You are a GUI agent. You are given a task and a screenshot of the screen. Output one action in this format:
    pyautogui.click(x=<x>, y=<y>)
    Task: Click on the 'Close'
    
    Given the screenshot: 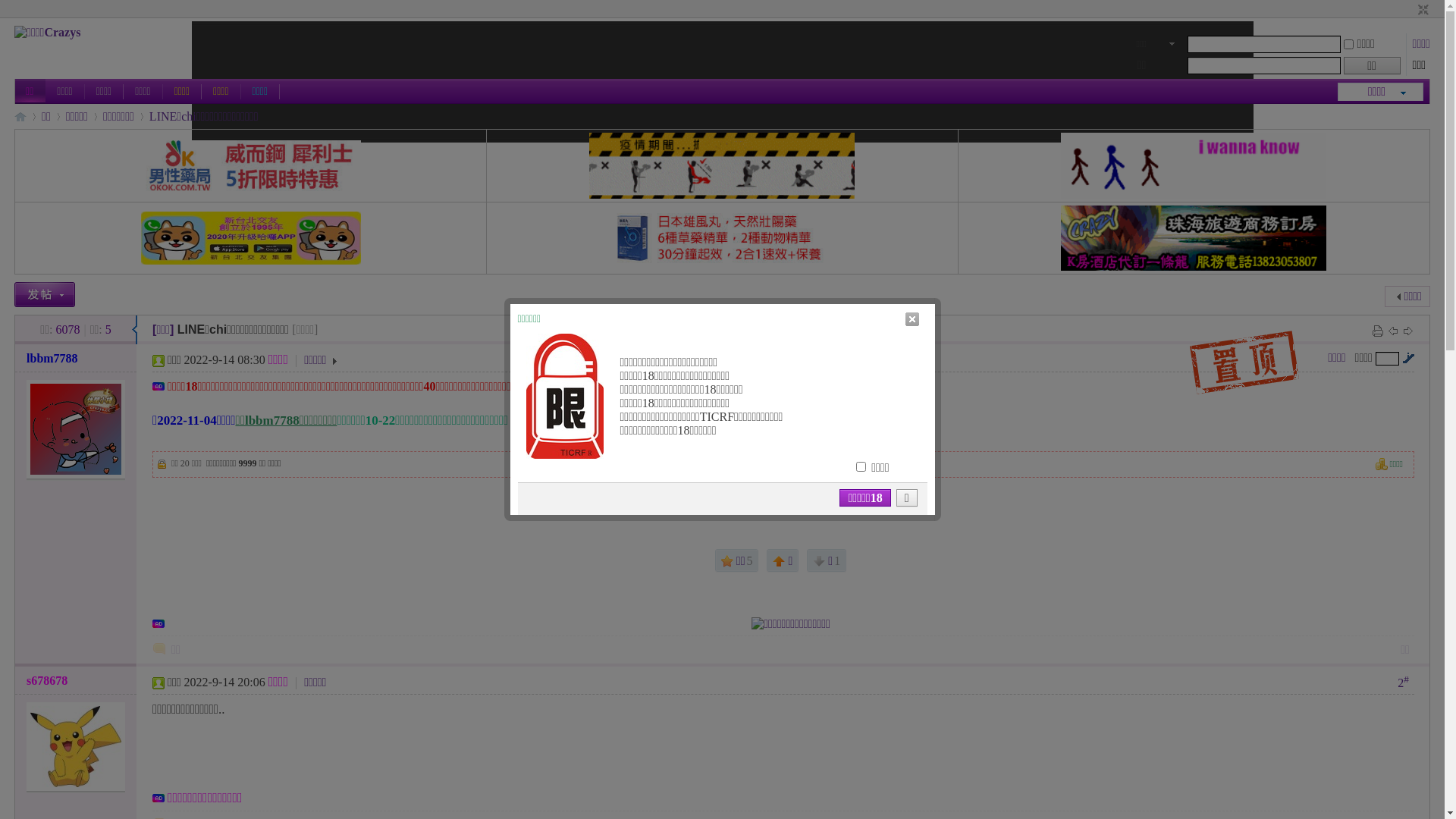 What is the action you would take?
    pyautogui.click(x=903, y=318)
    